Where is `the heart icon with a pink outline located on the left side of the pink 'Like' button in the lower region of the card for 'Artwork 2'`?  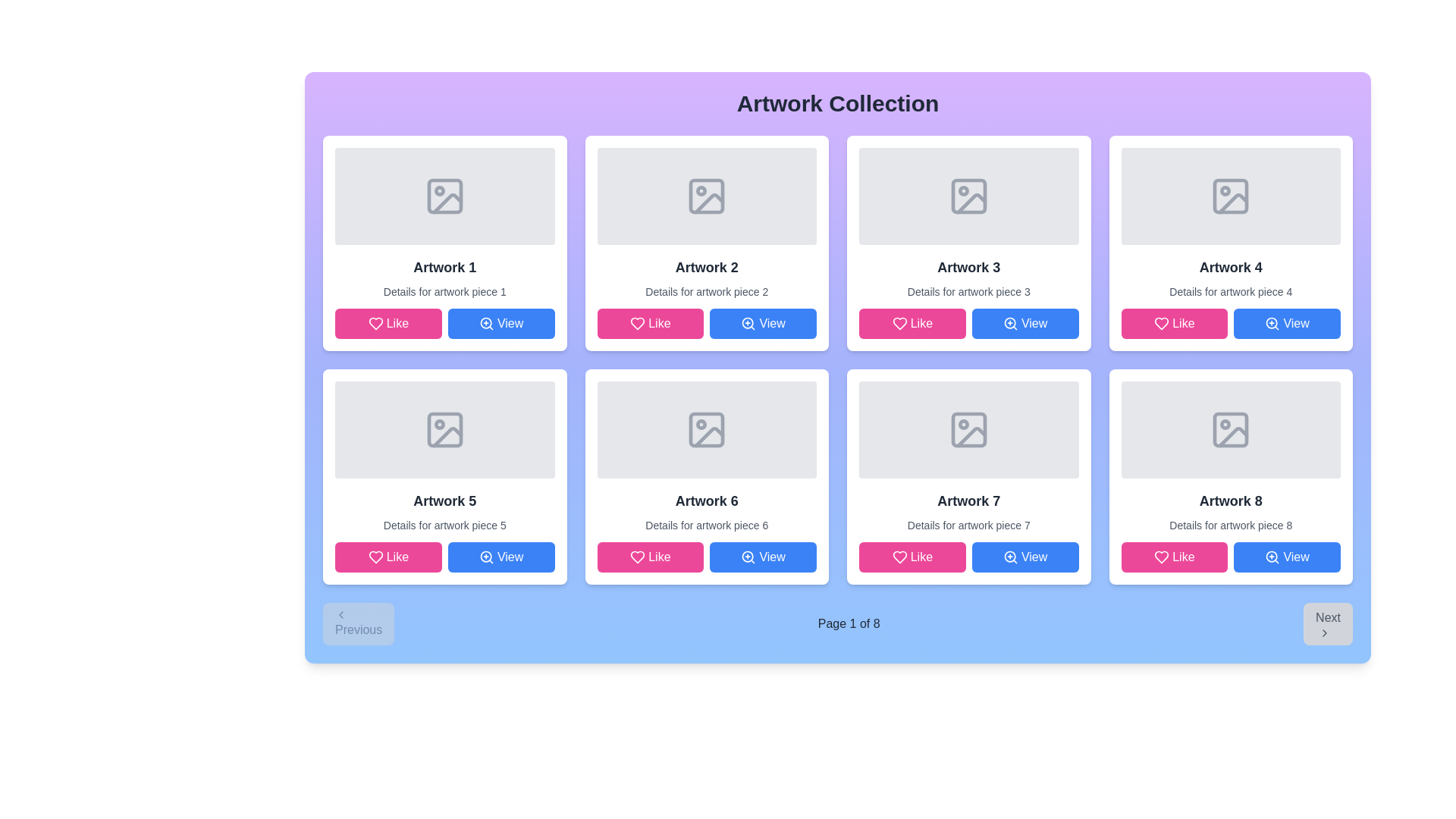
the heart icon with a pink outline located on the left side of the pink 'Like' button in the lower region of the card for 'Artwork 2' is located at coordinates (638, 323).